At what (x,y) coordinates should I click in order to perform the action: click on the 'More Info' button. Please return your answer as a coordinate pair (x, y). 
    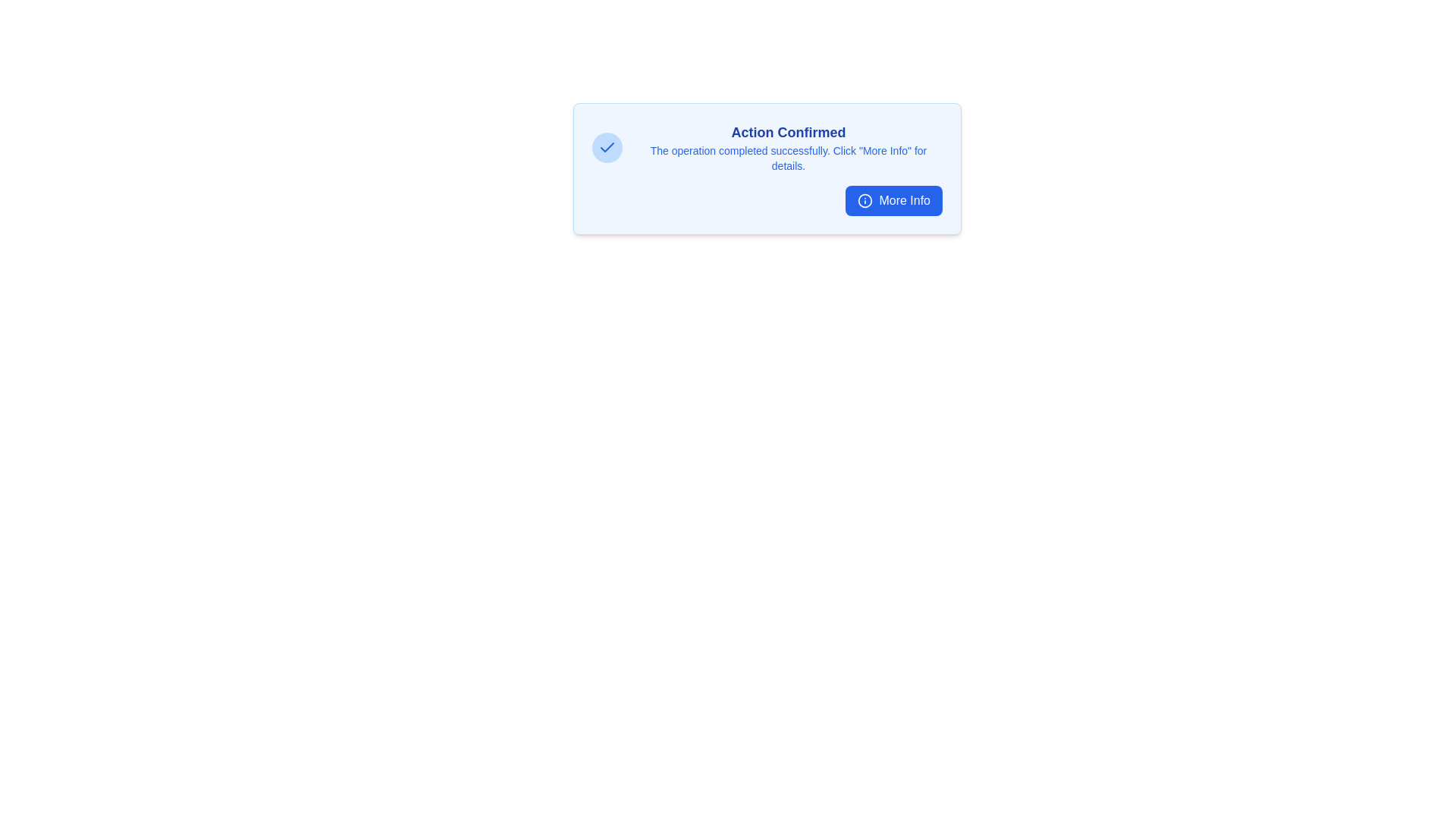
    Looking at the image, I should click on (894, 200).